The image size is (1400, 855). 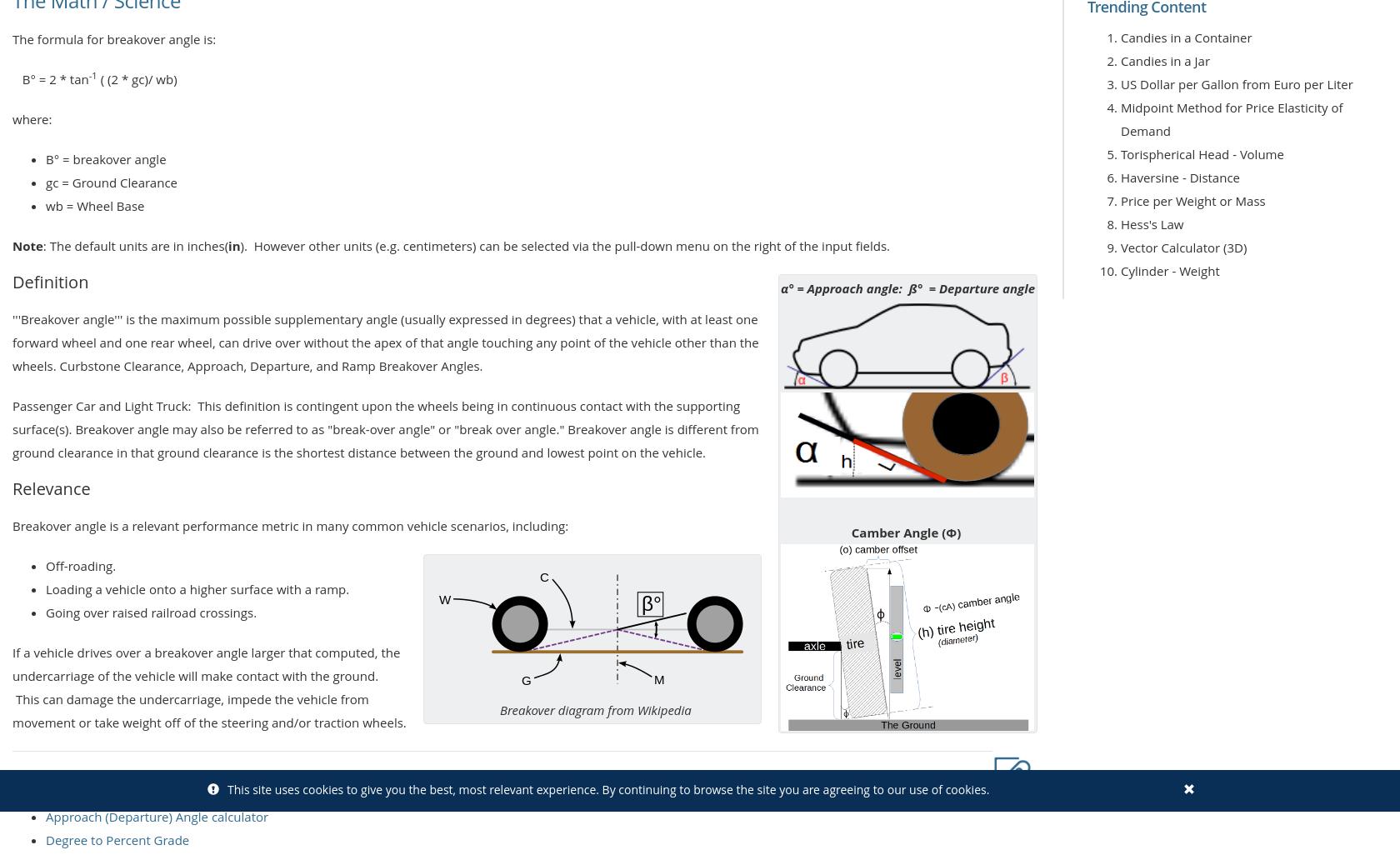 I want to click on 'Approach (Departure) Angle calculator', so click(x=157, y=815).